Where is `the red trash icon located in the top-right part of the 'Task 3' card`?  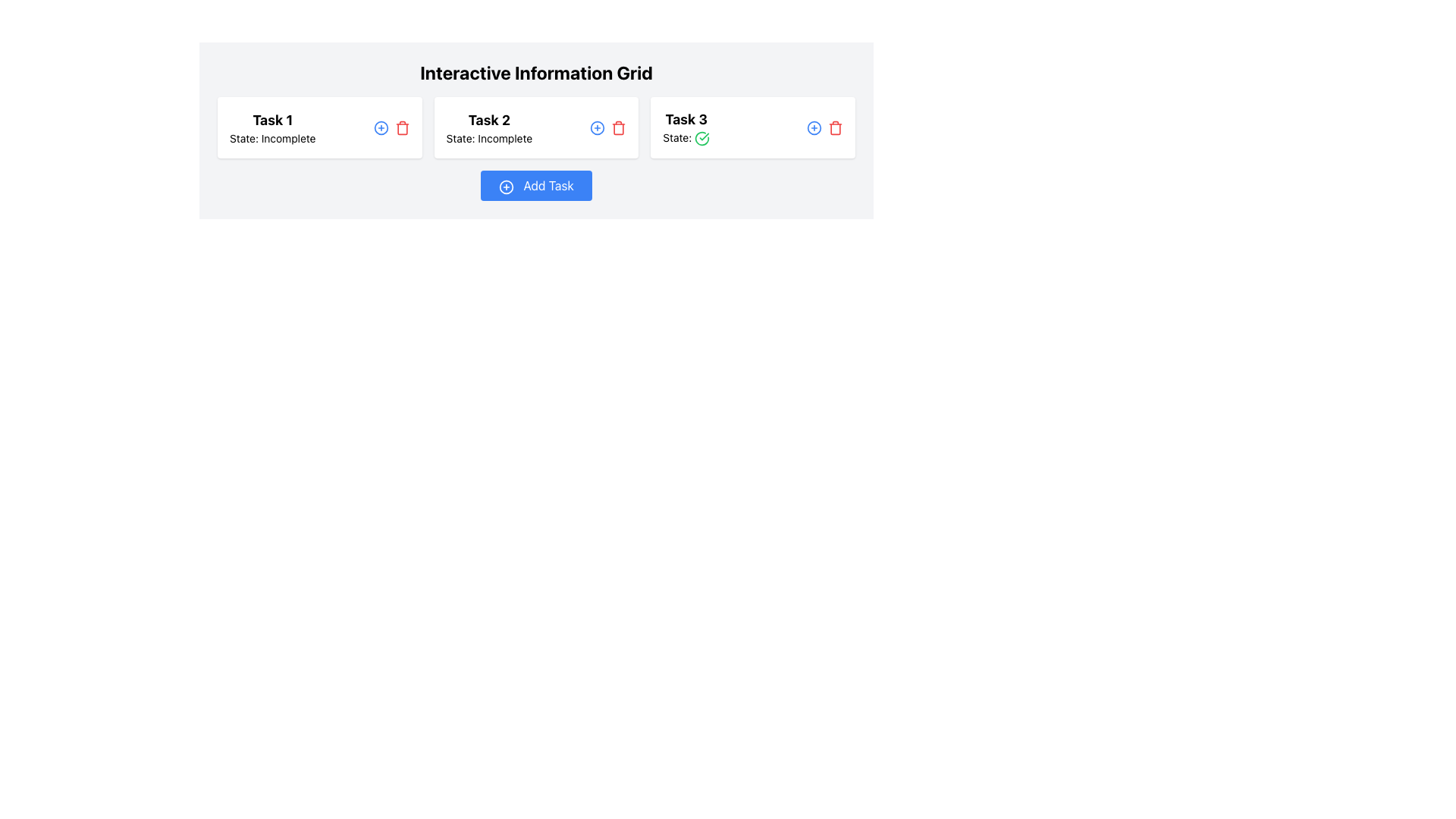 the red trash icon located in the top-right part of the 'Task 3' card is located at coordinates (824, 127).